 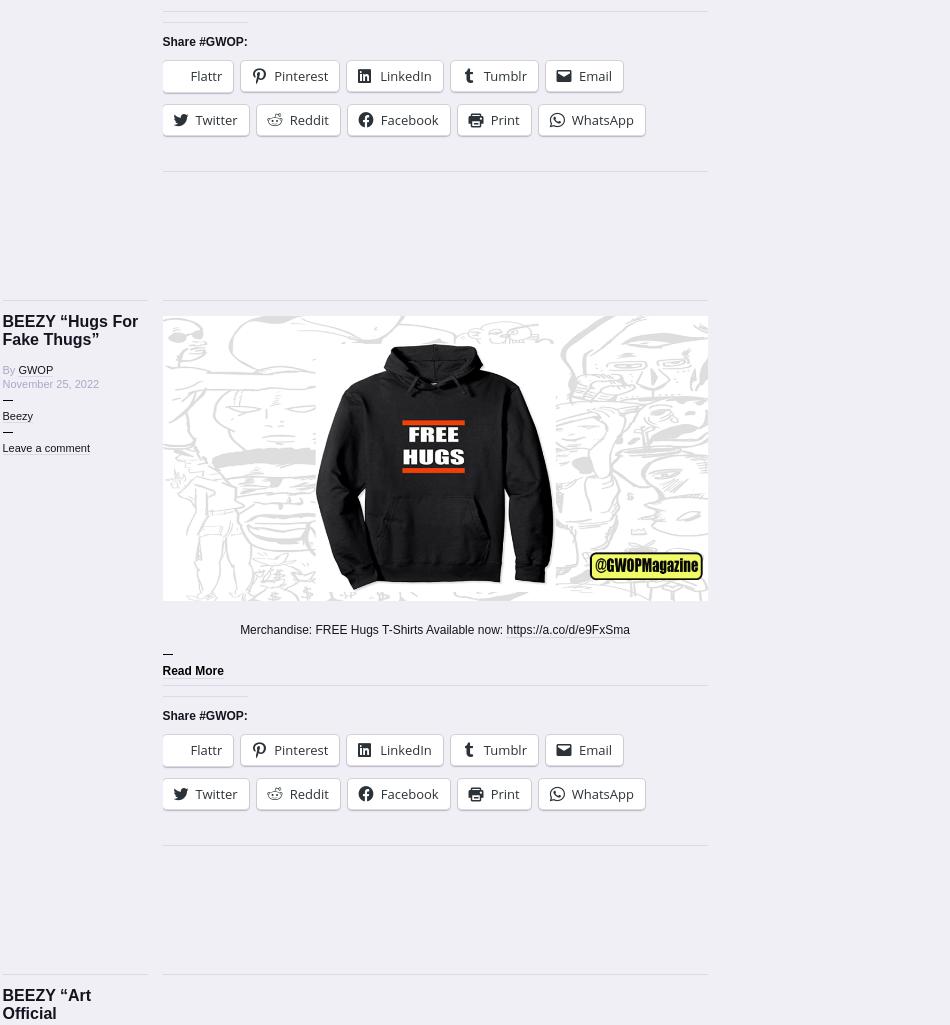 What do you see at coordinates (50, 383) in the screenshot?
I see `'November 25, 2022'` at bounding box center [50, 383].